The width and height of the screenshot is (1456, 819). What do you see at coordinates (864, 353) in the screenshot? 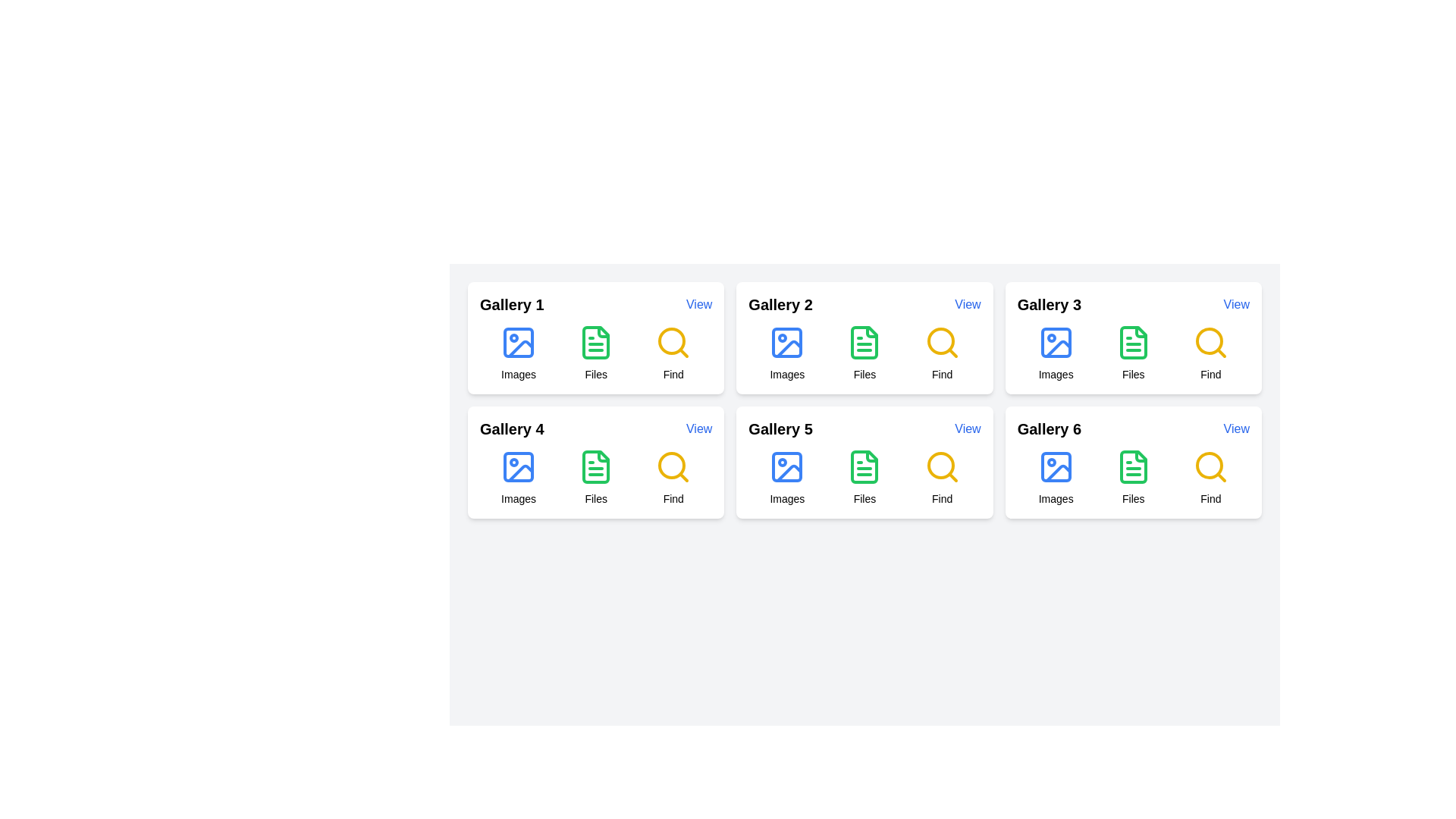
I see `the icon with a text label related to file management located between 'Images' and 'Find' under 'Gallery 2'` at bounding box center [864, 353].